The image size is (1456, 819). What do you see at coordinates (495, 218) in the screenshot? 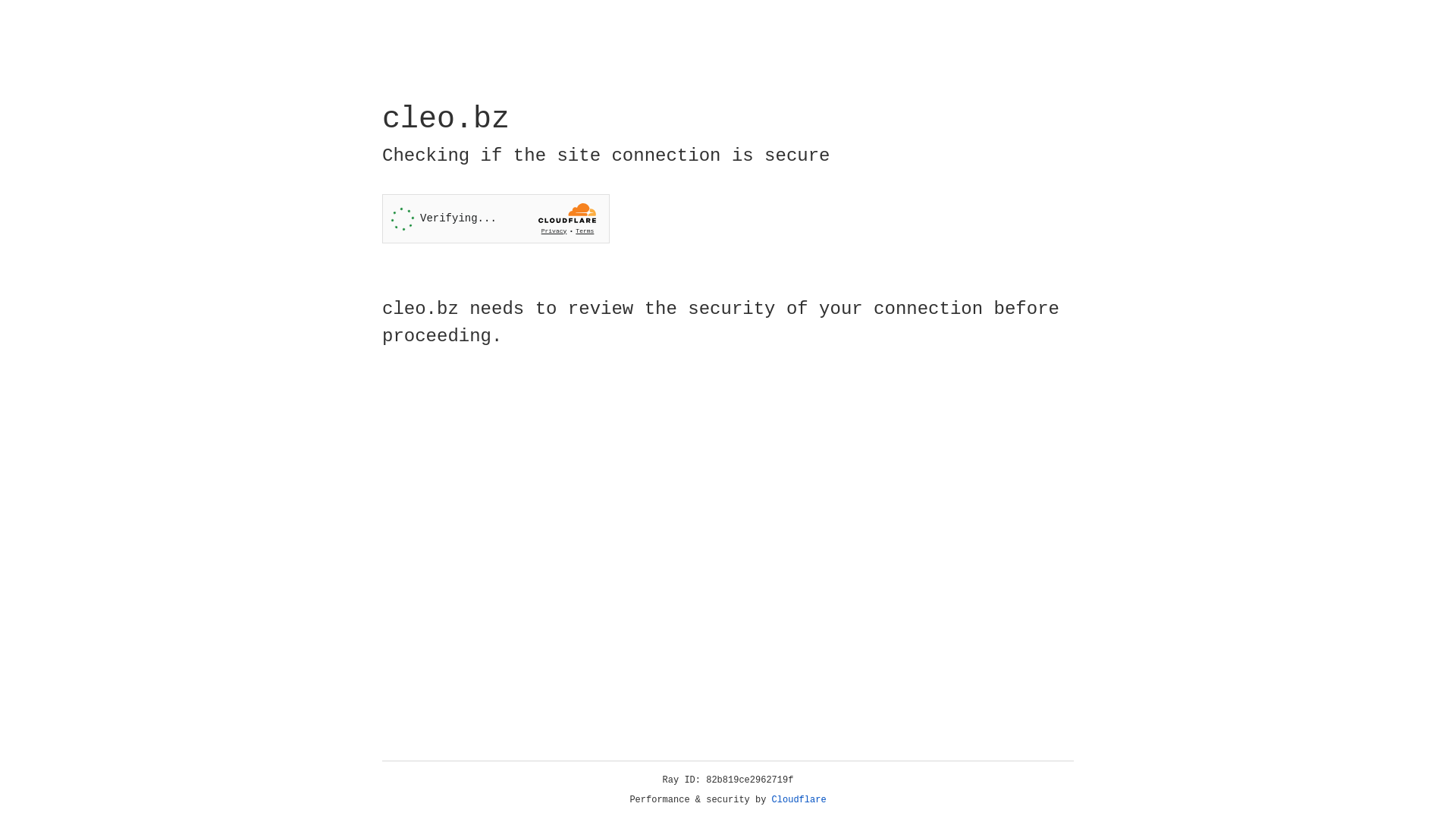
I see `'Widget containing a Cloudflare security challenge'` at bounding box center [495, 218].